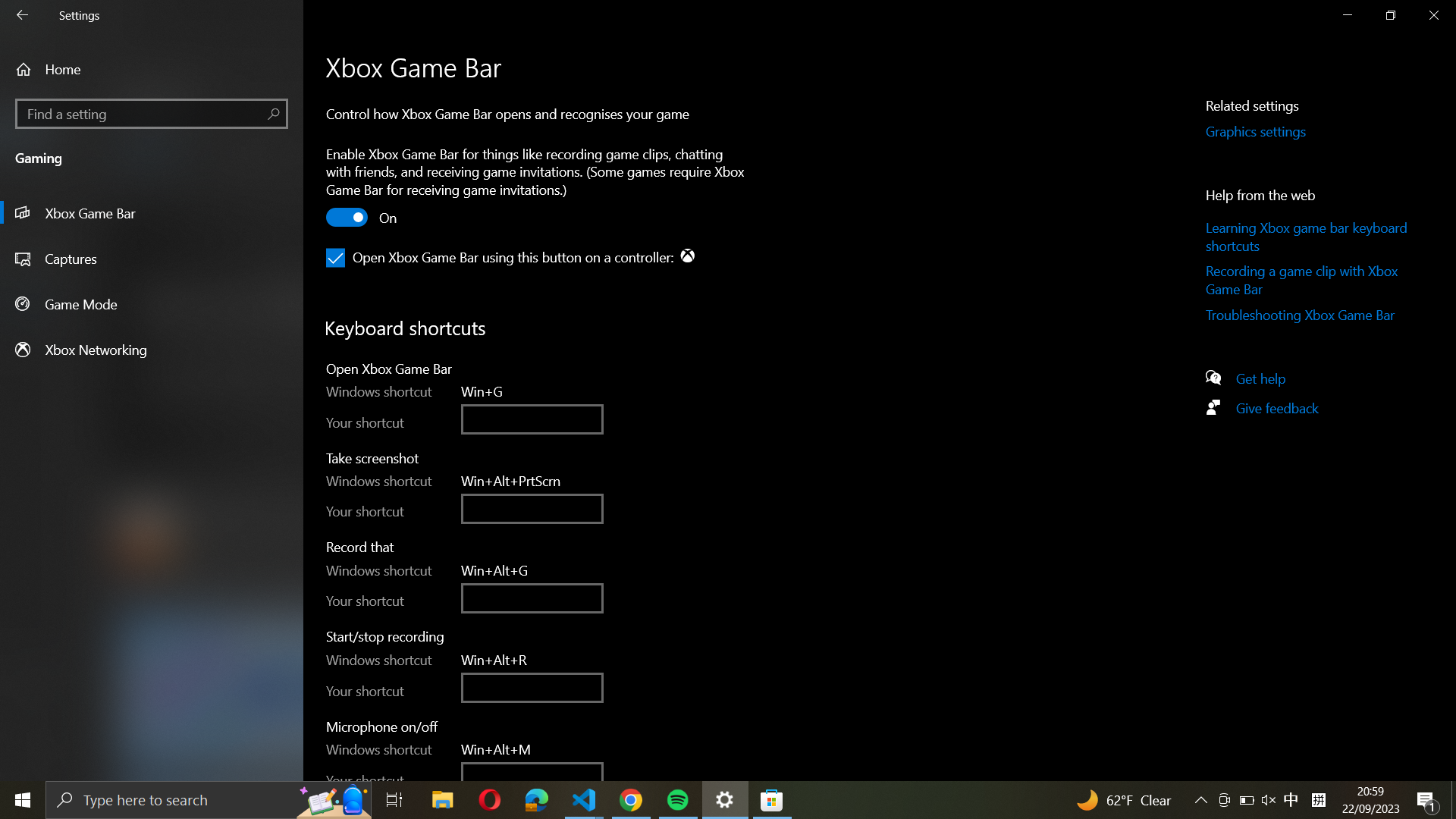  I want to click on Turn off the Xbox Game Bar by clicking on the disable toggle, so click(347, 219).